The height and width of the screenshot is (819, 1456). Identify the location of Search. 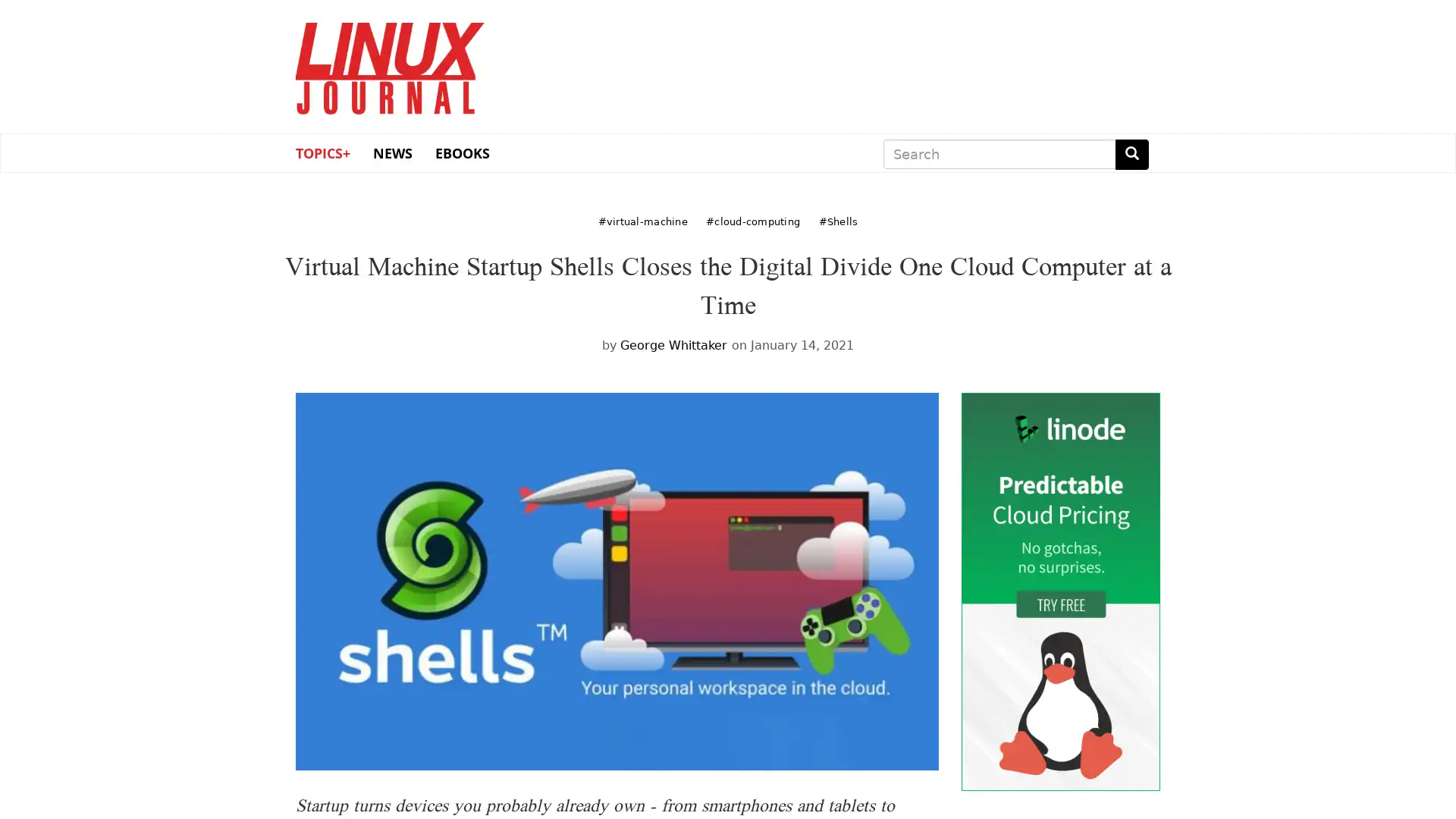
(1131, 154).